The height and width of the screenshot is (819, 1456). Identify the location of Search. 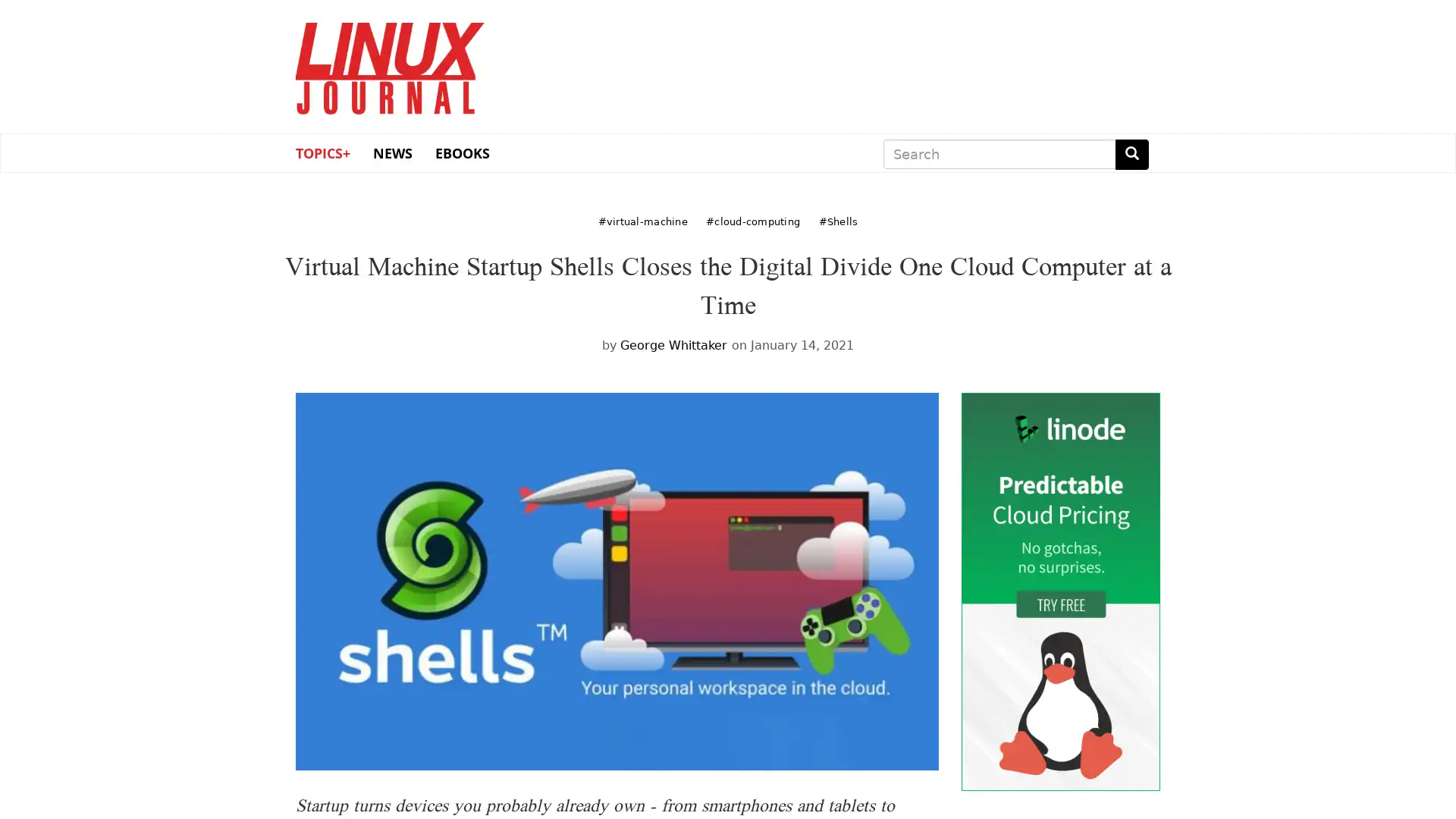
(1131, 154).